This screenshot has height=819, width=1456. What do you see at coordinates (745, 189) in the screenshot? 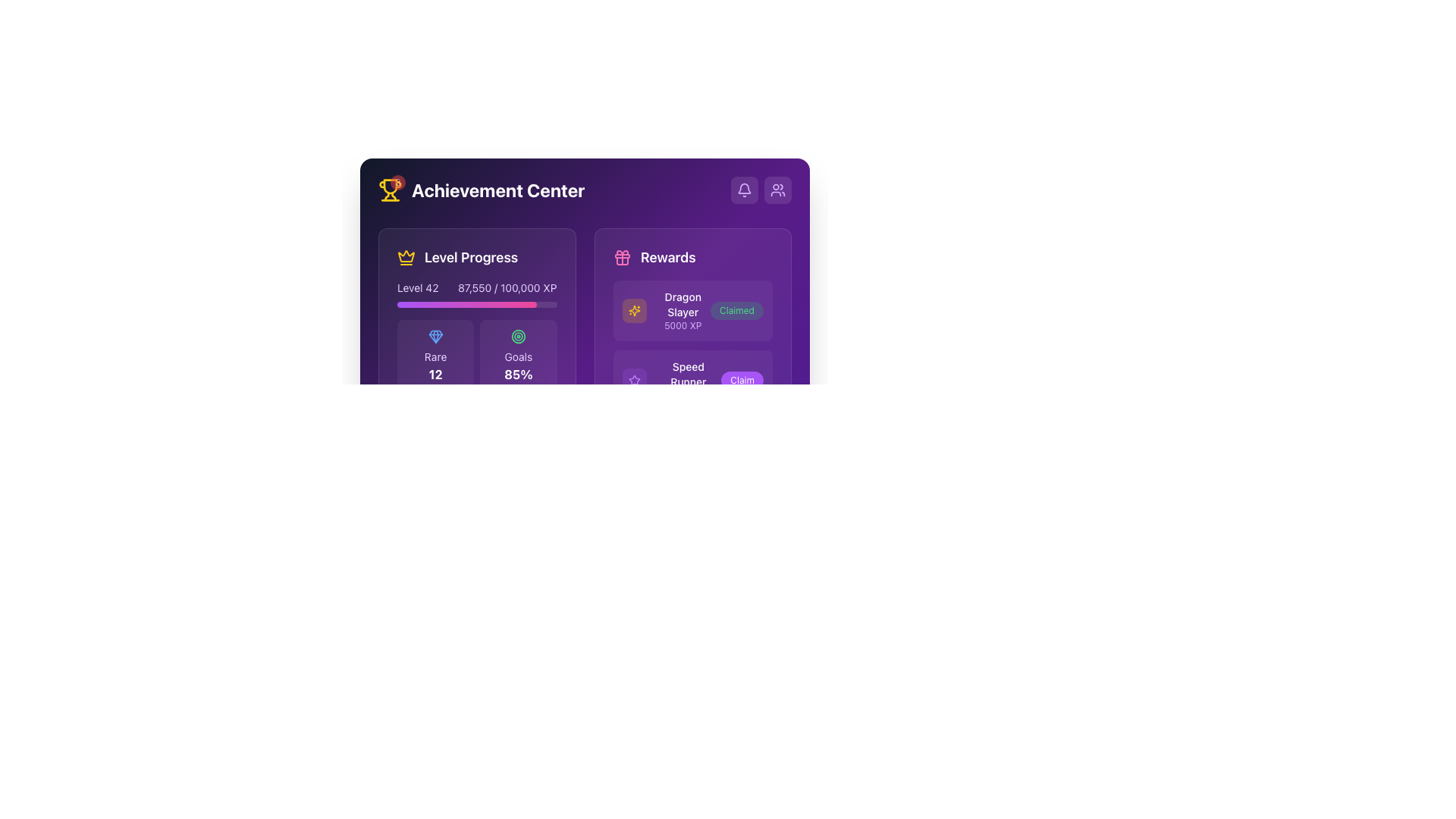
I see `the bell icon button with a purple hue located at the top-right corner of the interface` at bounding box center [745, 189].